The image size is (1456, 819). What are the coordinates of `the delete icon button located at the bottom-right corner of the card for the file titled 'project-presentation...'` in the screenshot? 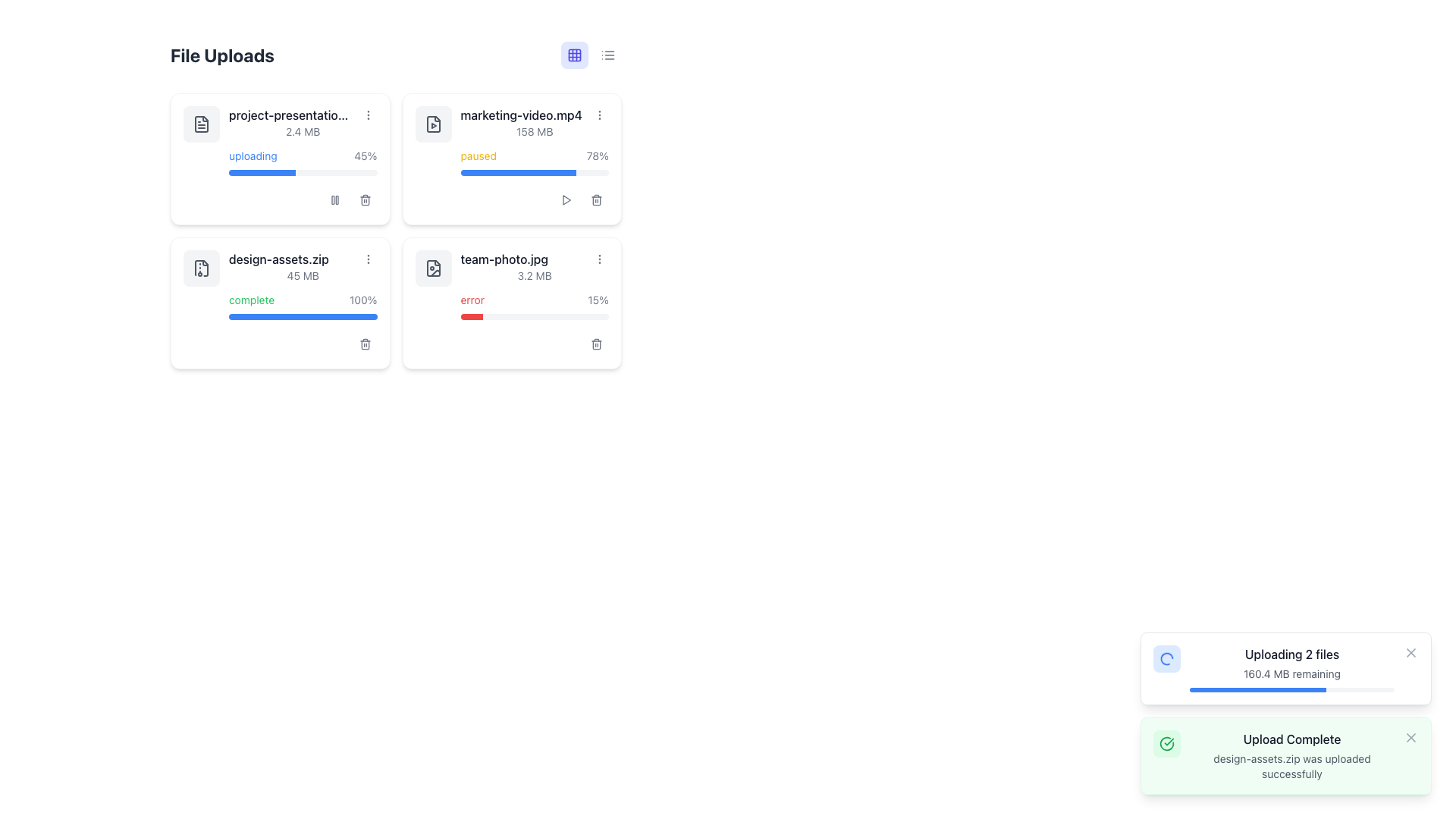 It's located at (365, 199).